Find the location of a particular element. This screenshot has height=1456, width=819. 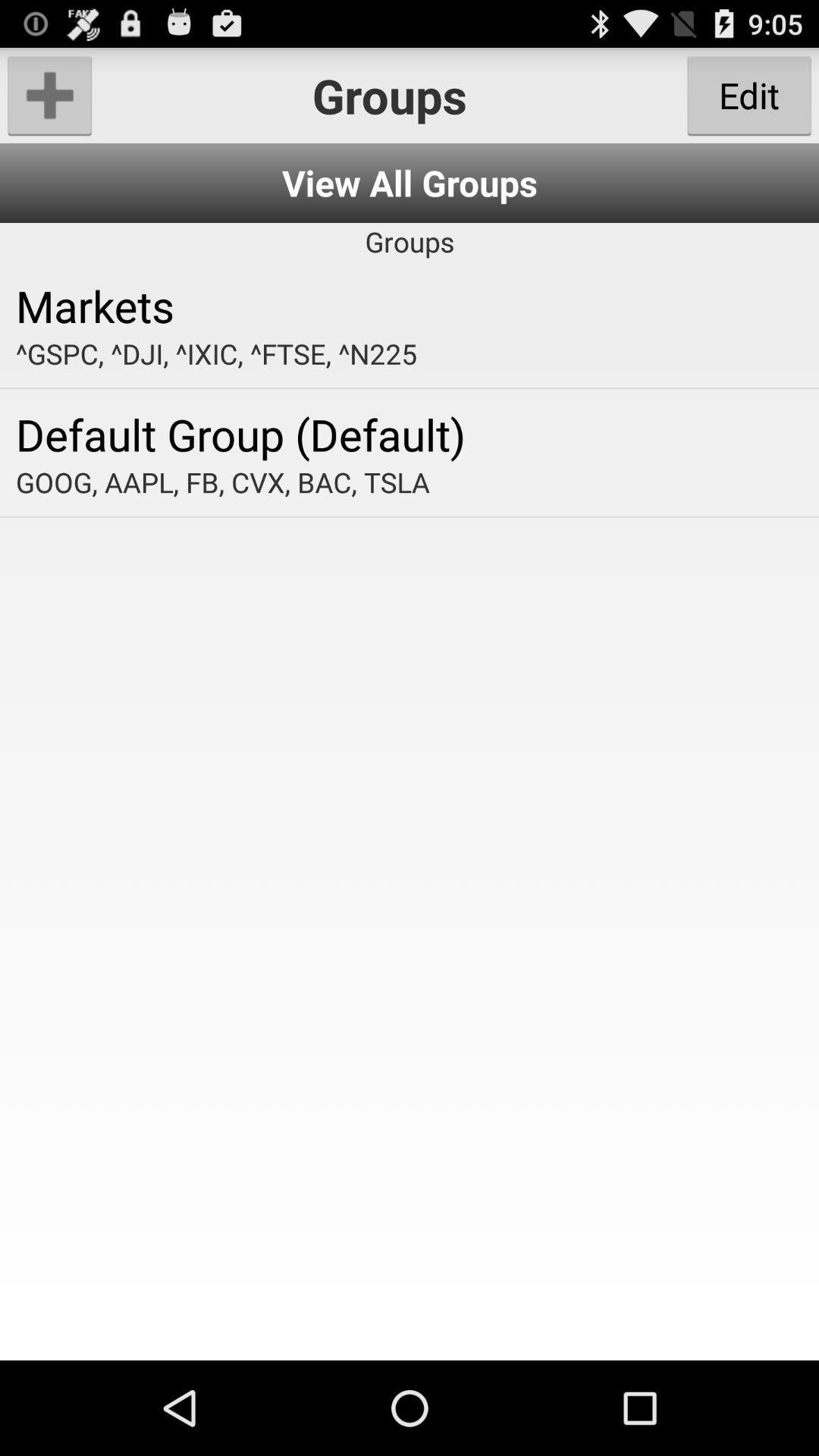

icon below default group (default) icon is located at coordinates (409, 481).